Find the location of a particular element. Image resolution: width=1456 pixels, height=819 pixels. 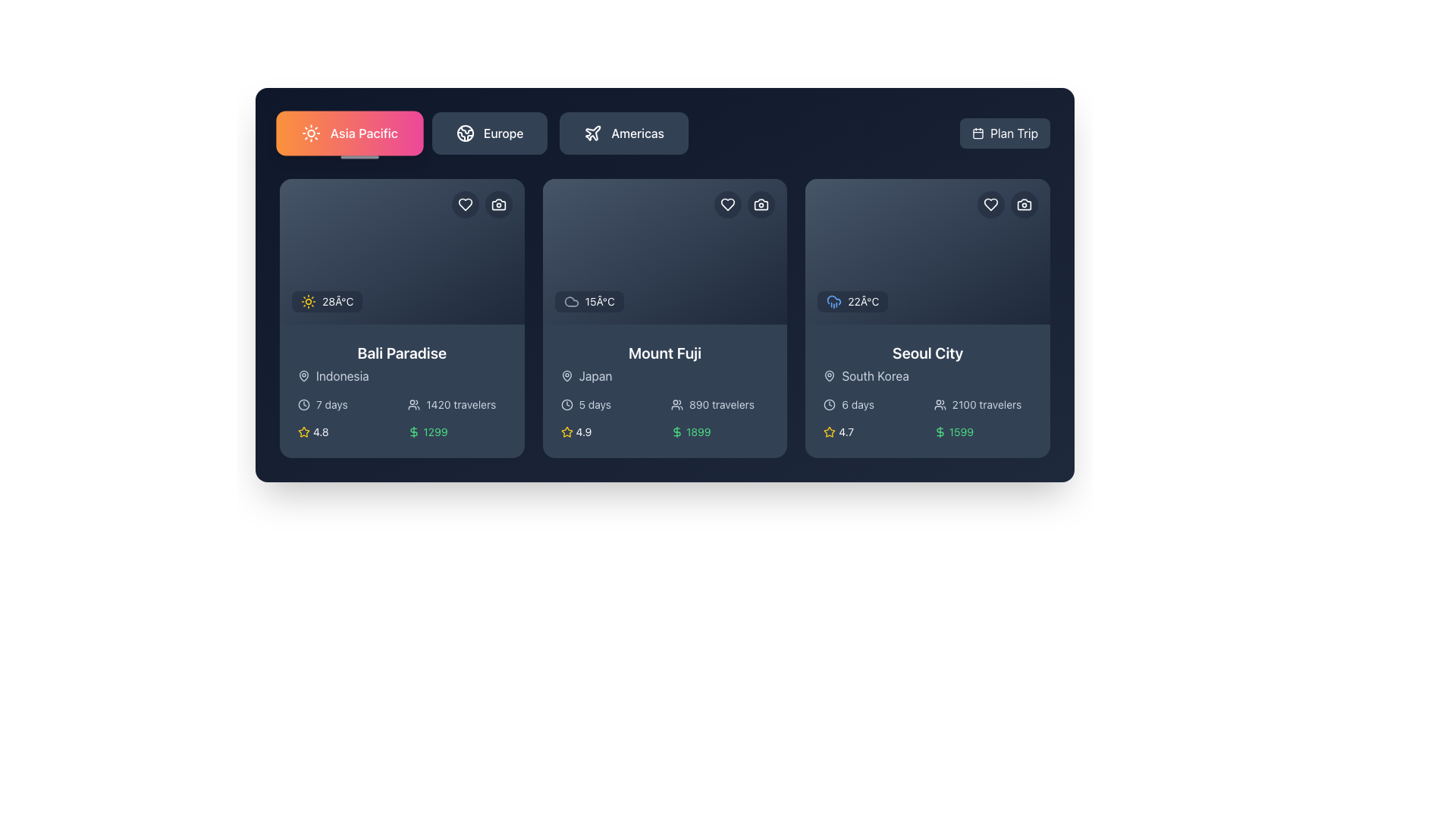

the cloud icon in the weather display of the 'Mount Fuji' card is located at coordinates (570, 301).